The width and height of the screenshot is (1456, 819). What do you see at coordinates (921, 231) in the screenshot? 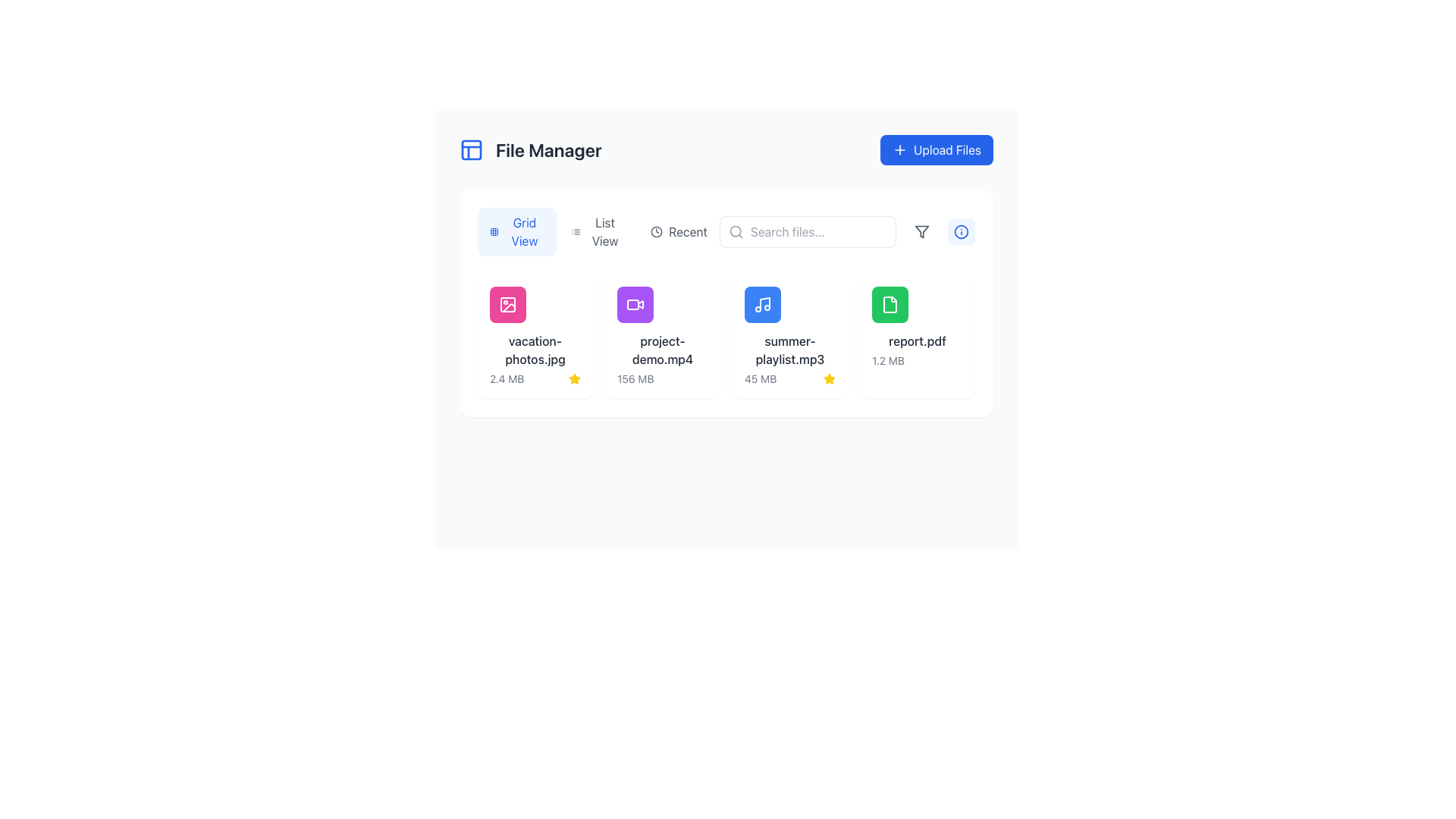
I see `the downward-pointing funnel-shaped filter icon located in the toolbar at the top of the interface` at bounding box center [921, 231].